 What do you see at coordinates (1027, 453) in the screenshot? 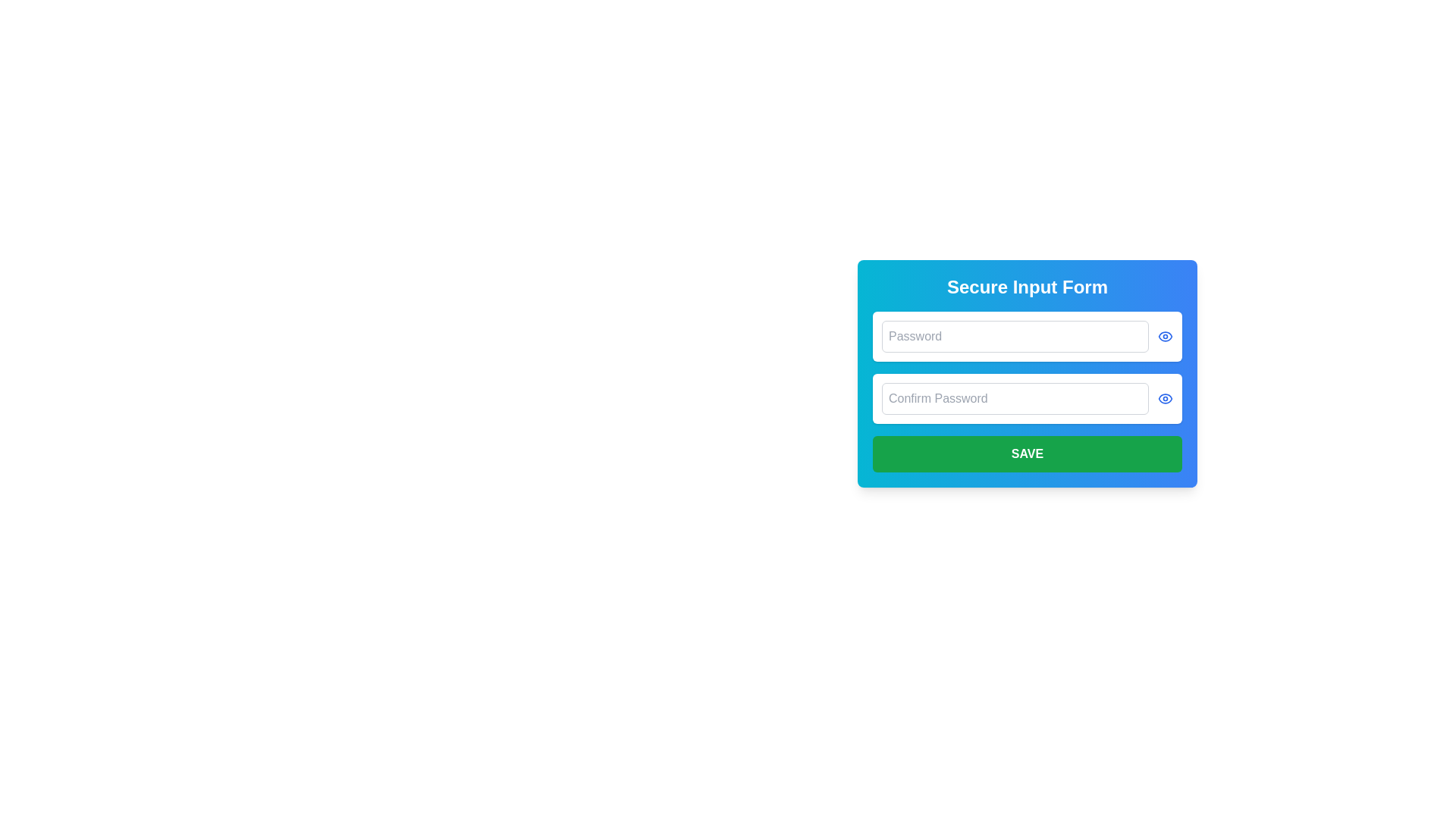
I see `the confirm button at the bottom of the 'Secure Input Form' dialog` at bounding box center [1027, 453].